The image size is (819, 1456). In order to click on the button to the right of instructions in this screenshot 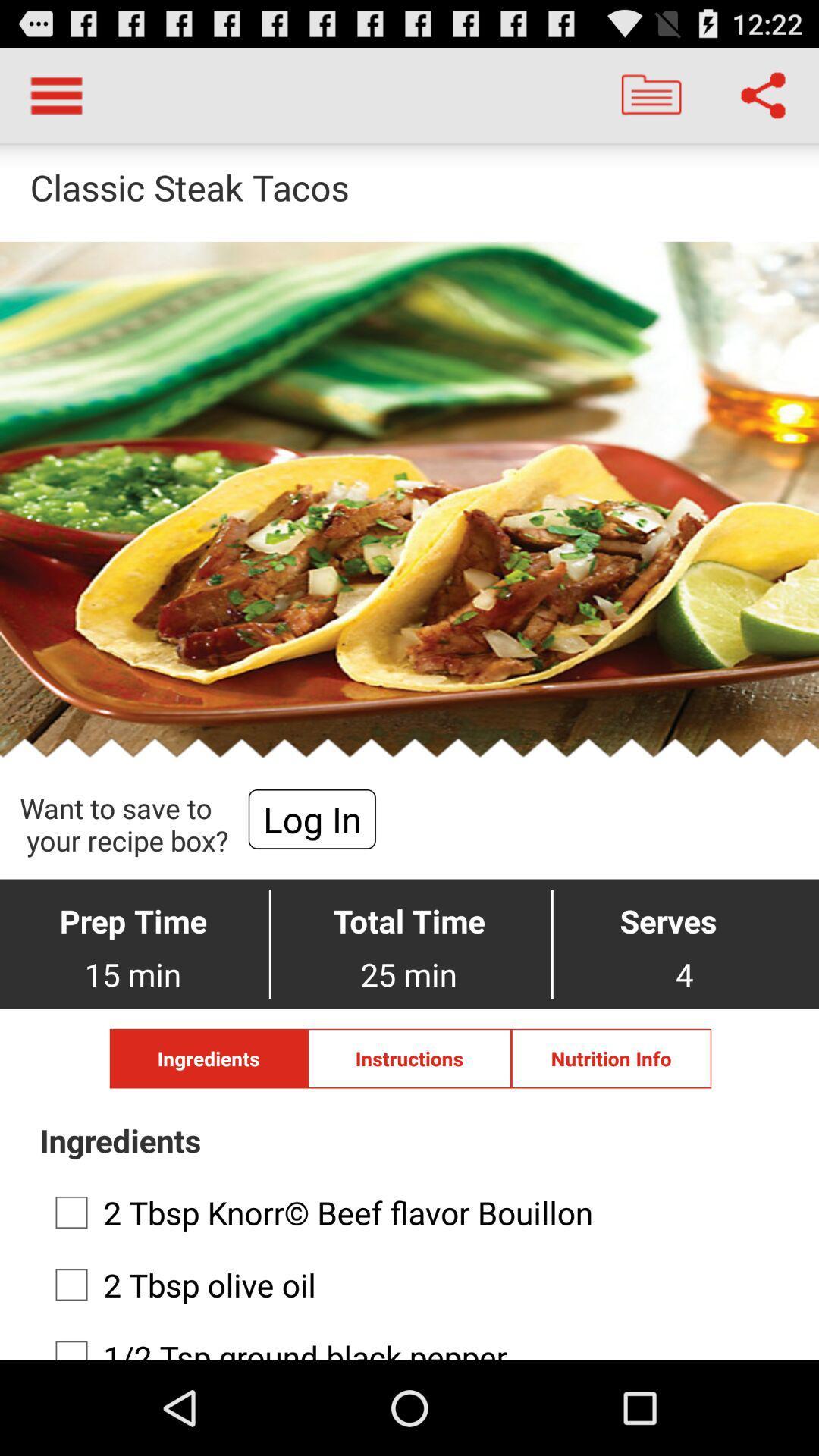, I will do `click(610, 1058)`.